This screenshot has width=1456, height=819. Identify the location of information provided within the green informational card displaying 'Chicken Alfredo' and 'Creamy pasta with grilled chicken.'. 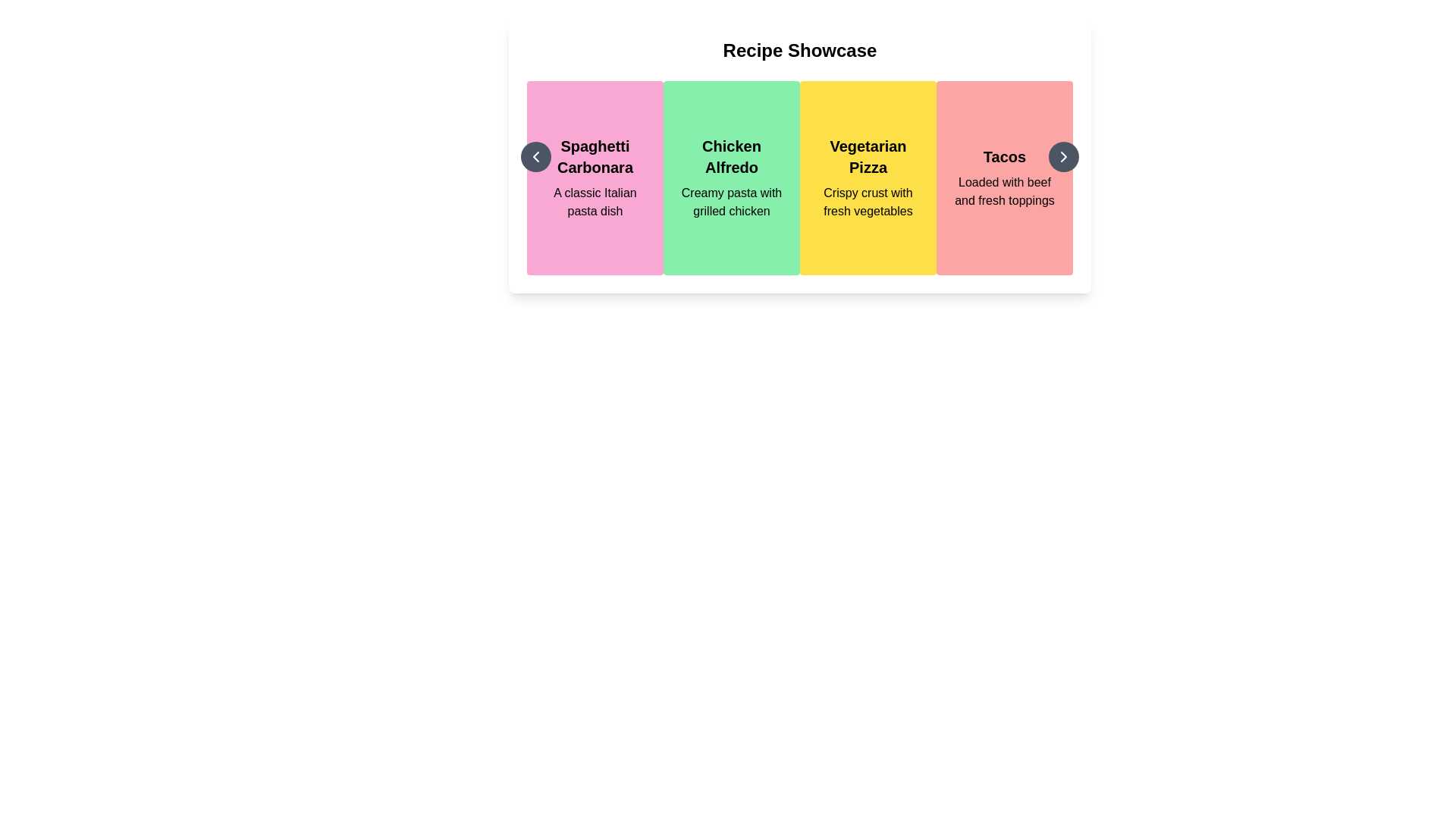
(731, 177).